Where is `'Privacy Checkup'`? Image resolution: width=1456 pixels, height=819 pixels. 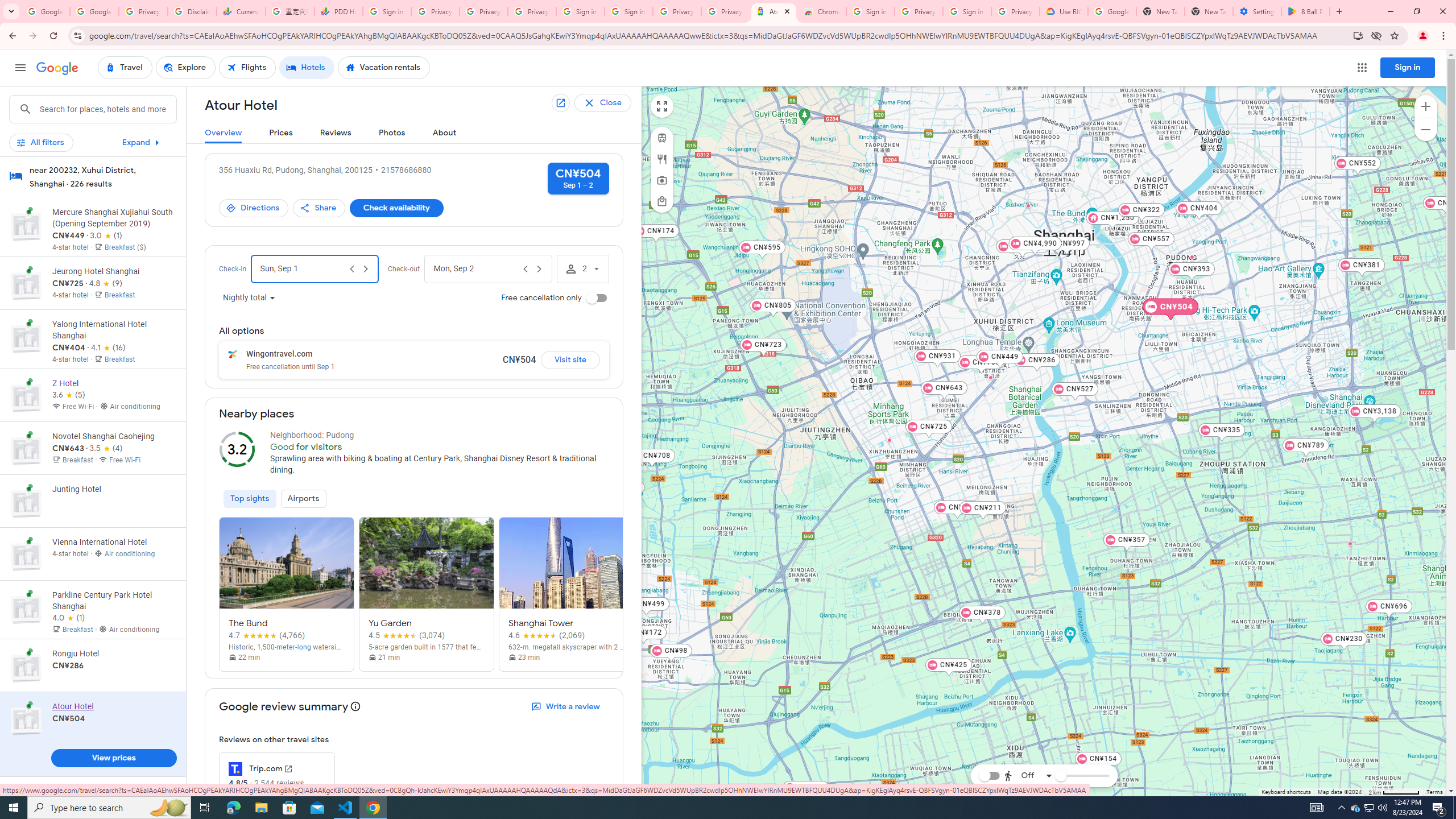
'Privacy Checkup' is located at coordinates (531, 11).